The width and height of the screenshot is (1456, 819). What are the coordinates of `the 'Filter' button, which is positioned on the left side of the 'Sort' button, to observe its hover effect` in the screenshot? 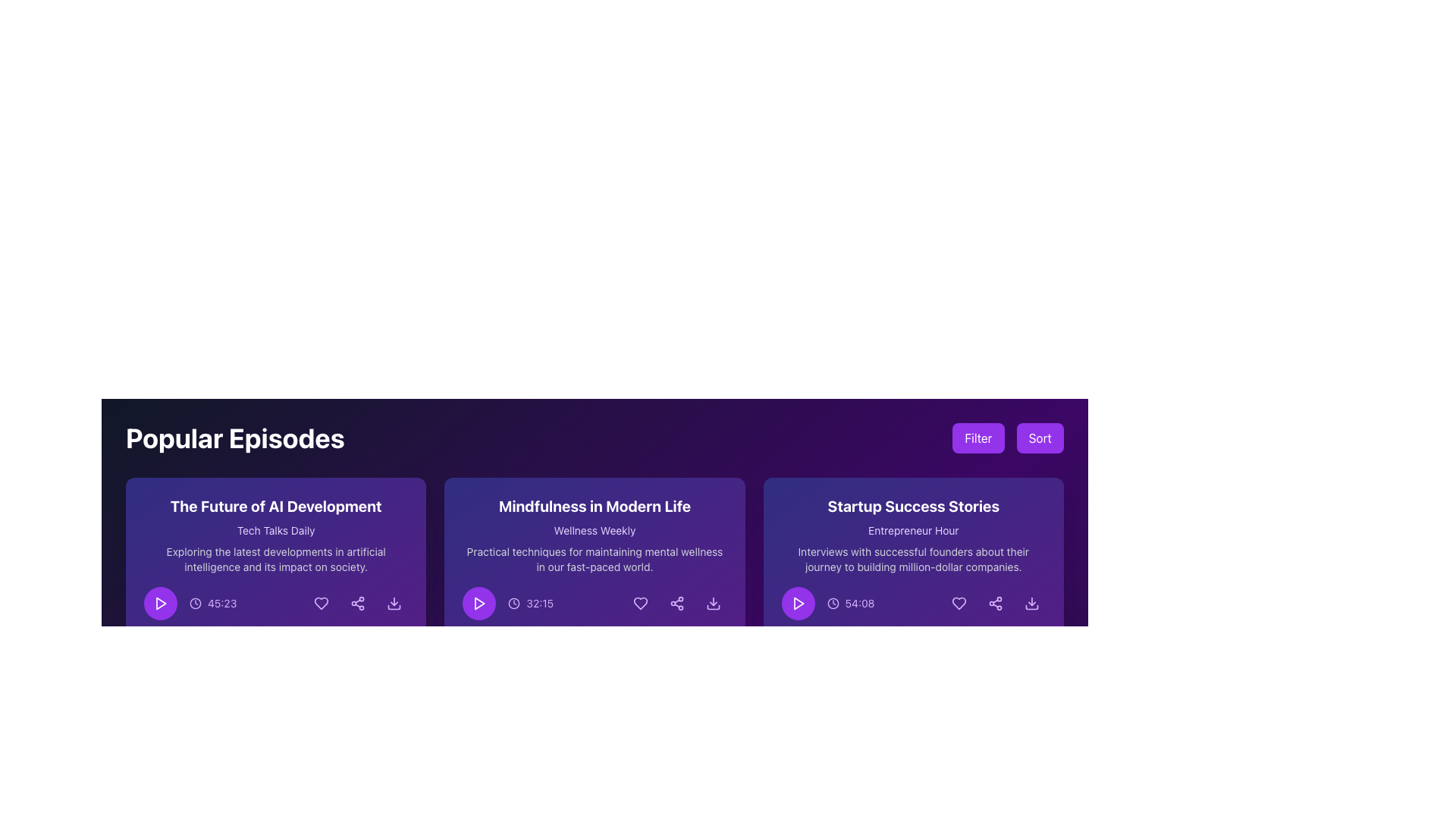 It's located at (978, 438).